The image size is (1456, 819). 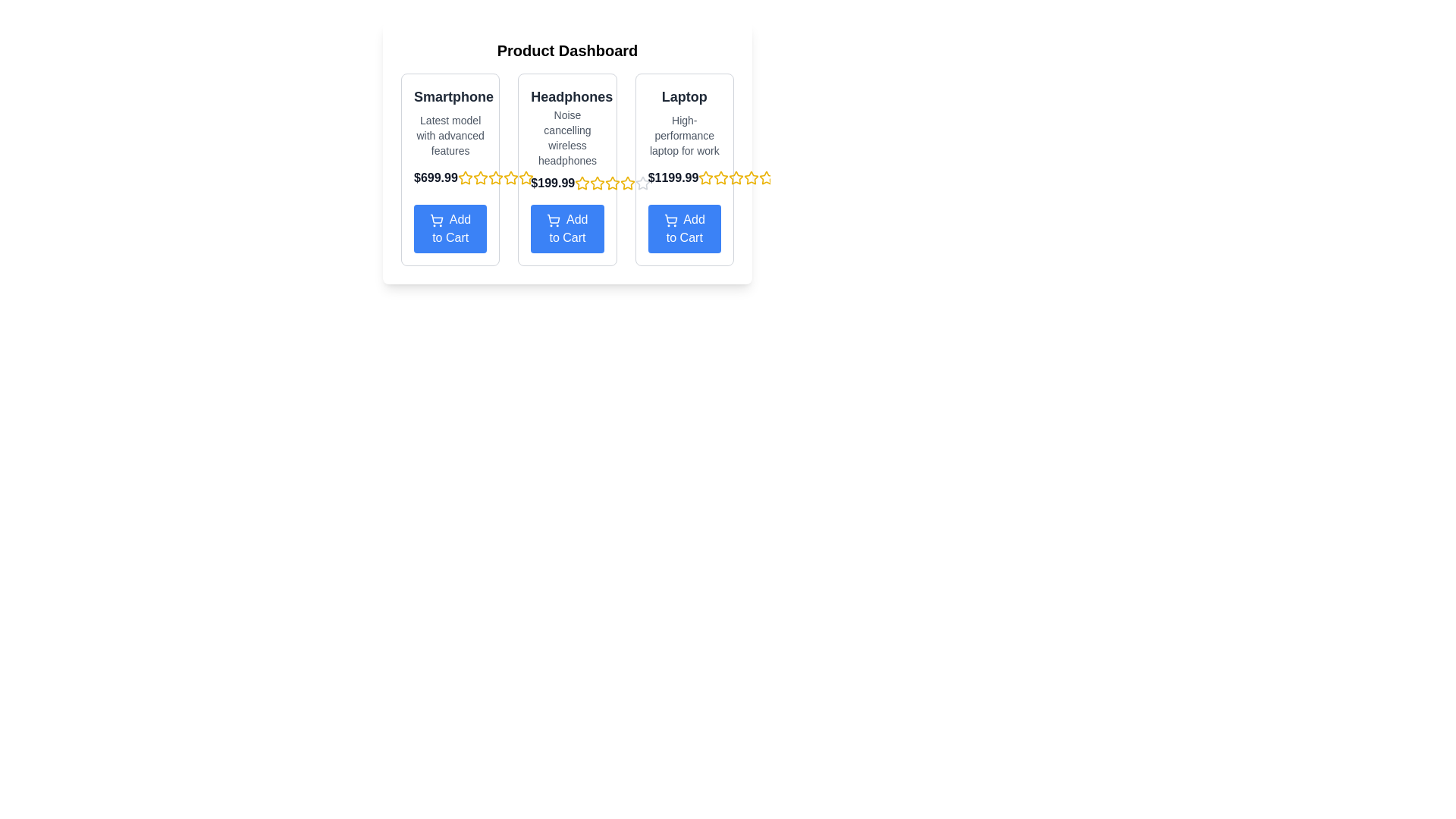 I want to click on the second rating star icon in the rating star row for the Laptop product, so click(x=643, y=182).